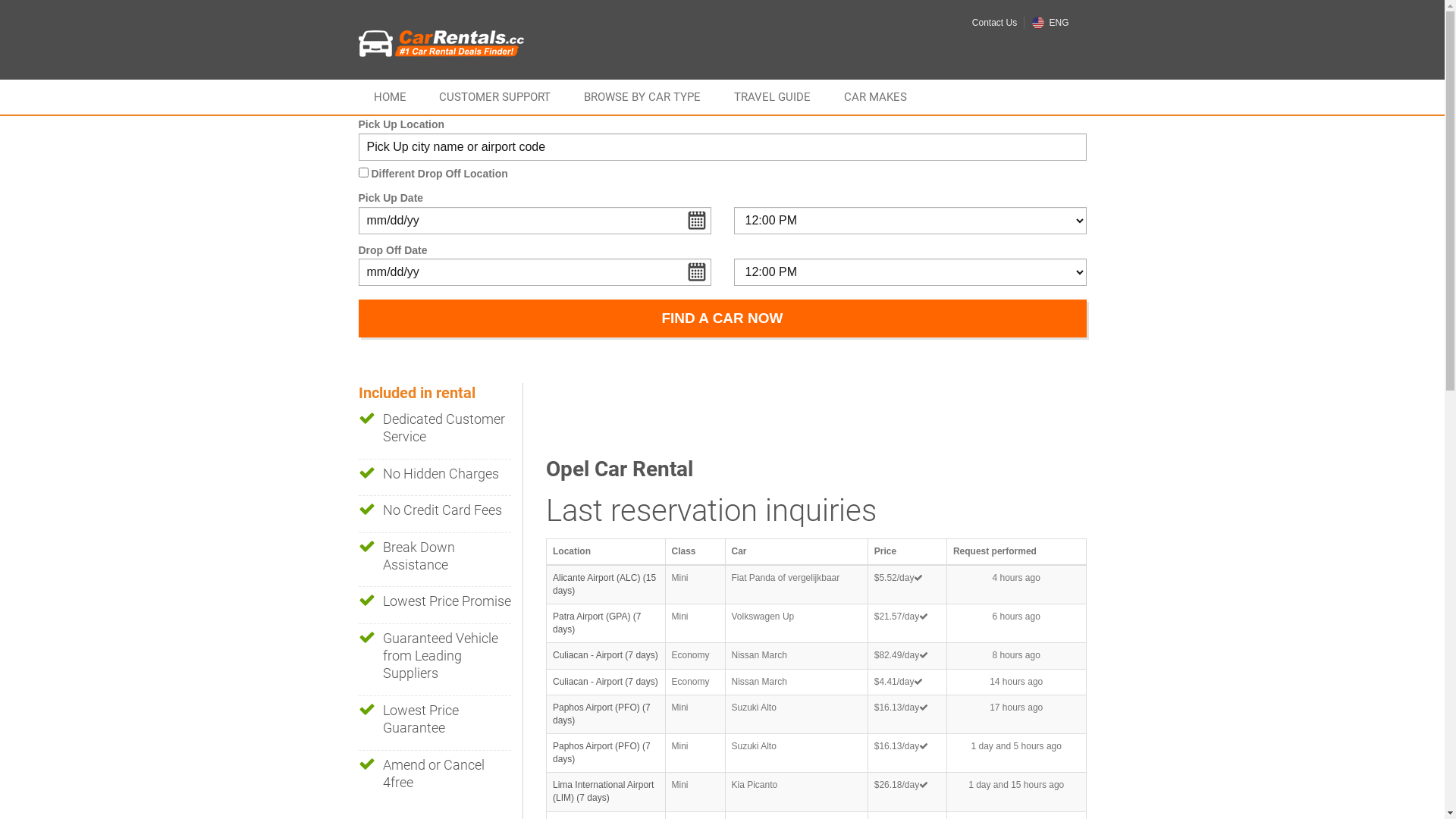  What do you see at coordinates (389, 96) in the screenshot?
I see `'HOME'` at bounding box center [389, 96].